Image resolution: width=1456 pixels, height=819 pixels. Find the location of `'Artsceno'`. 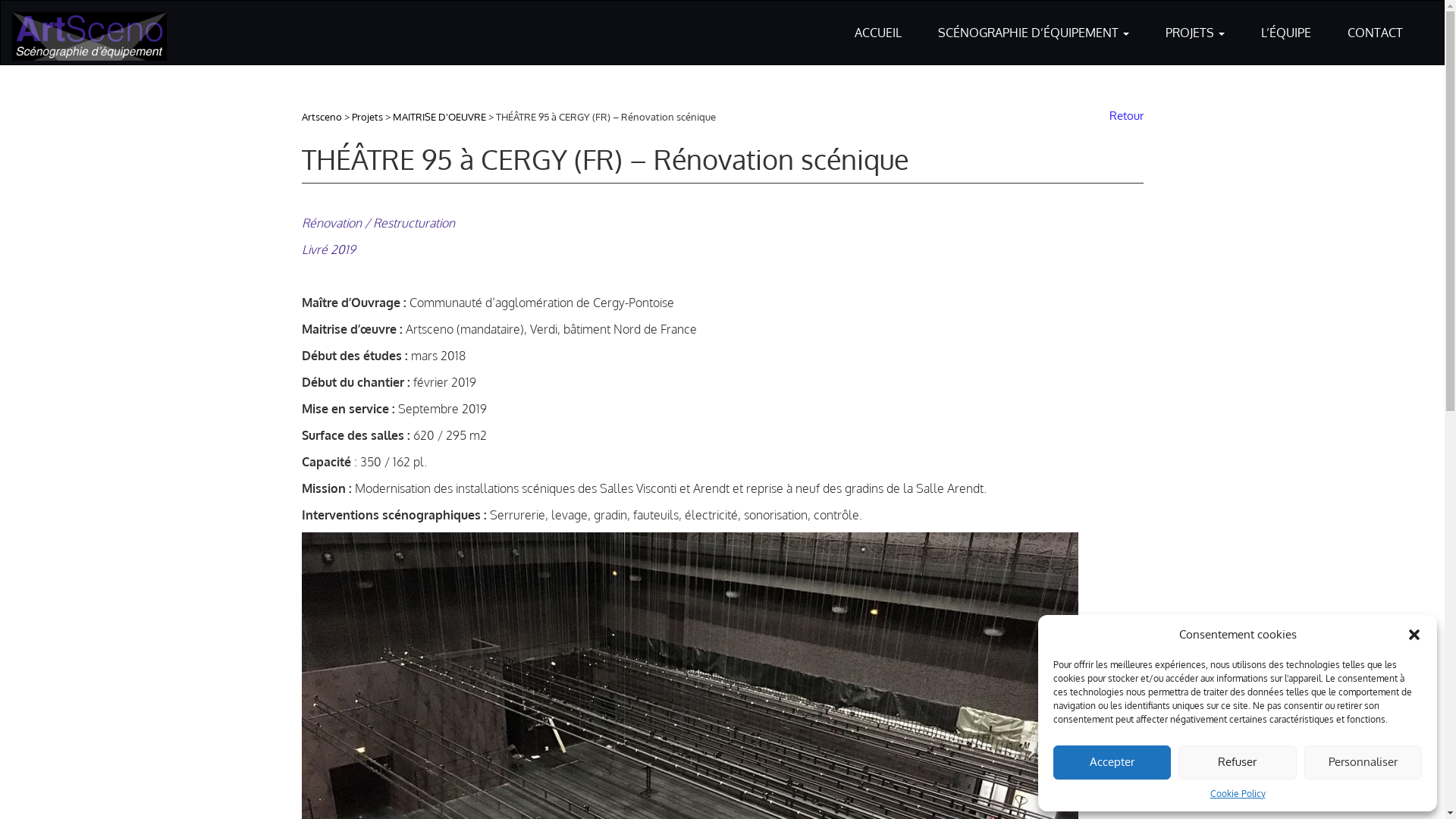

'Artsceno' is located at coordinates (321, 116).